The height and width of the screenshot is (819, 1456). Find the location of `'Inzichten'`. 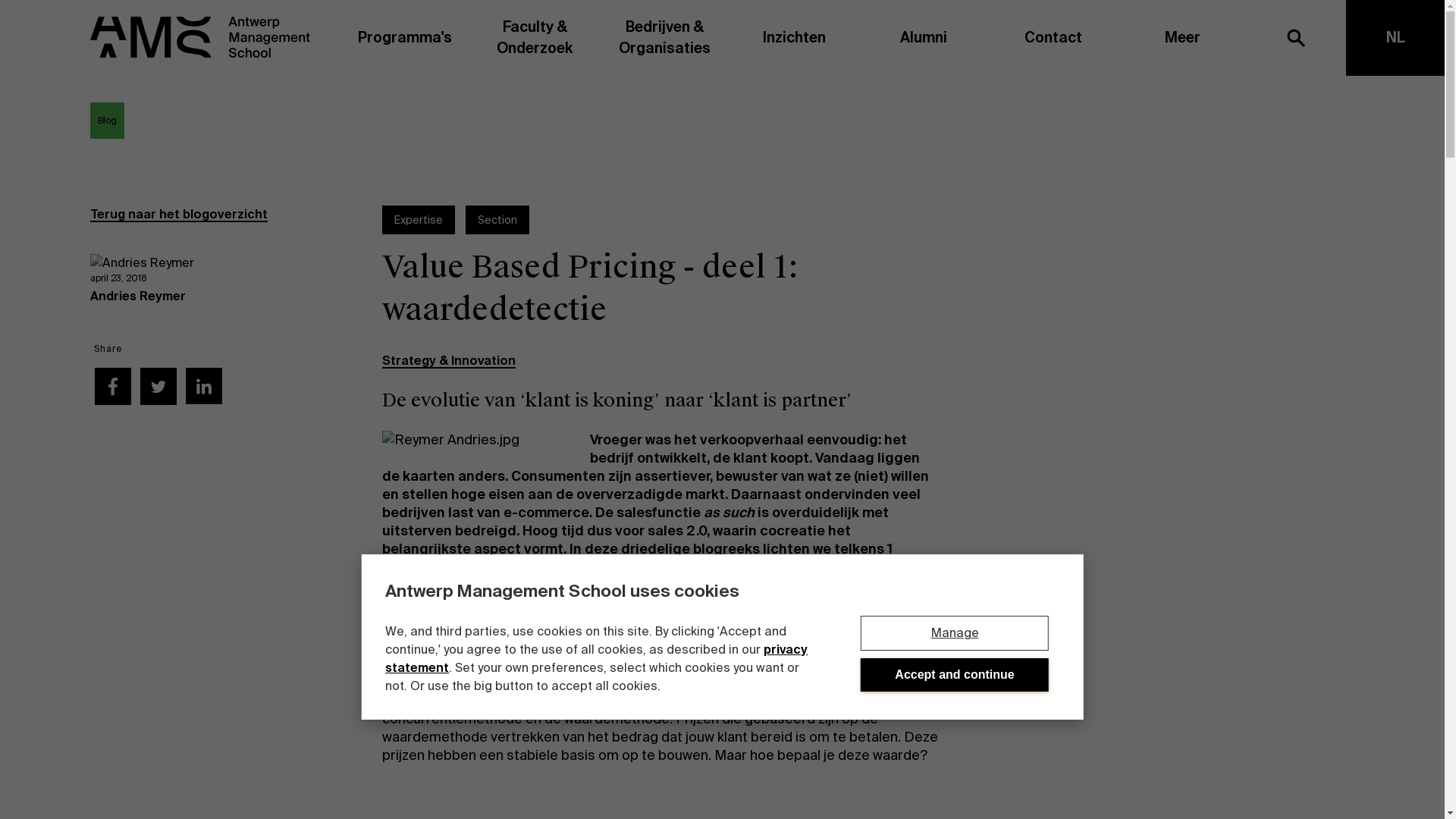

'Inzichten' is located at coordinates (729, 37).